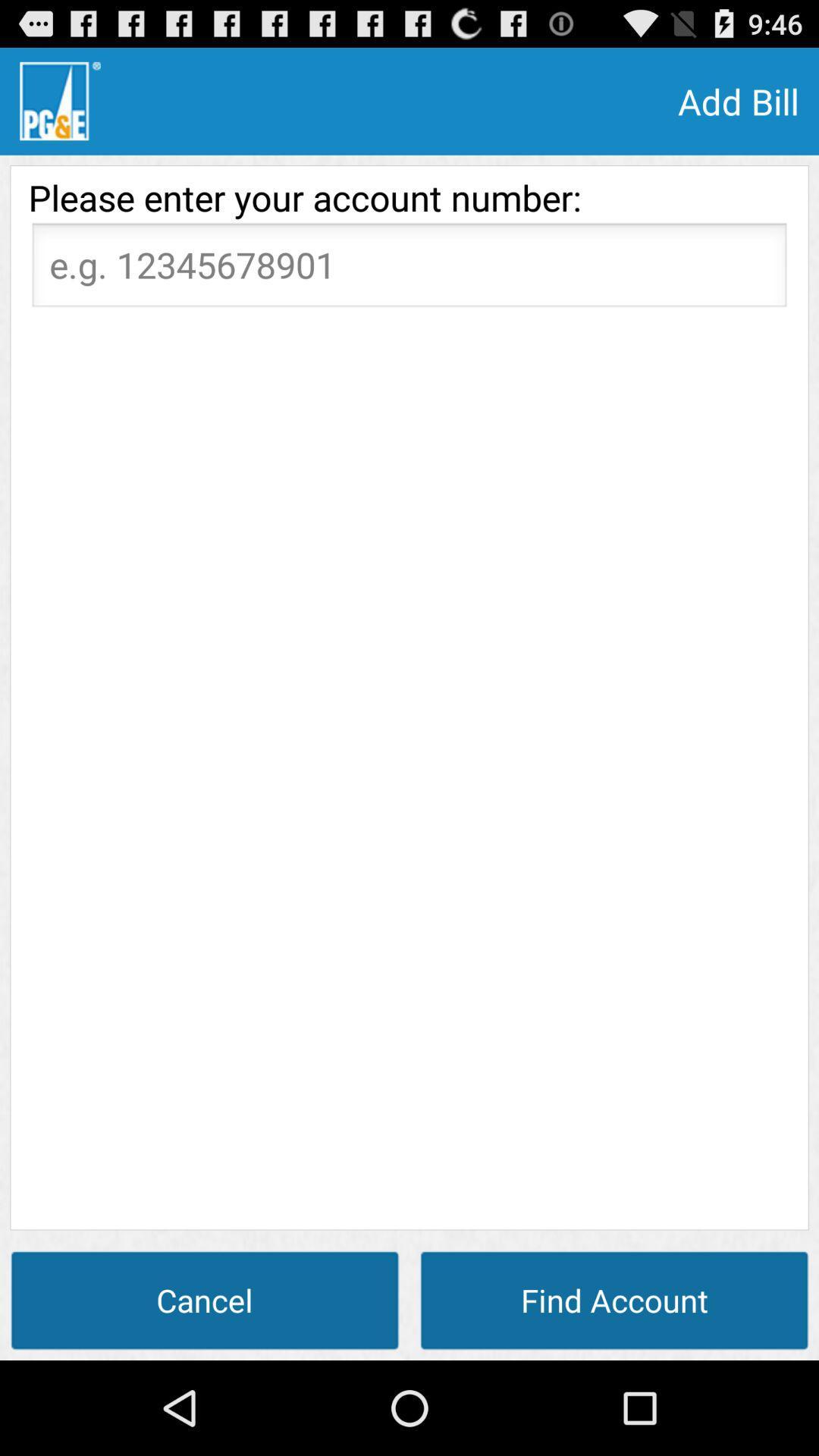 This screenshot has height=1456, width=819. I want to click on the icon next to the find account icon, so click(205, 1299).